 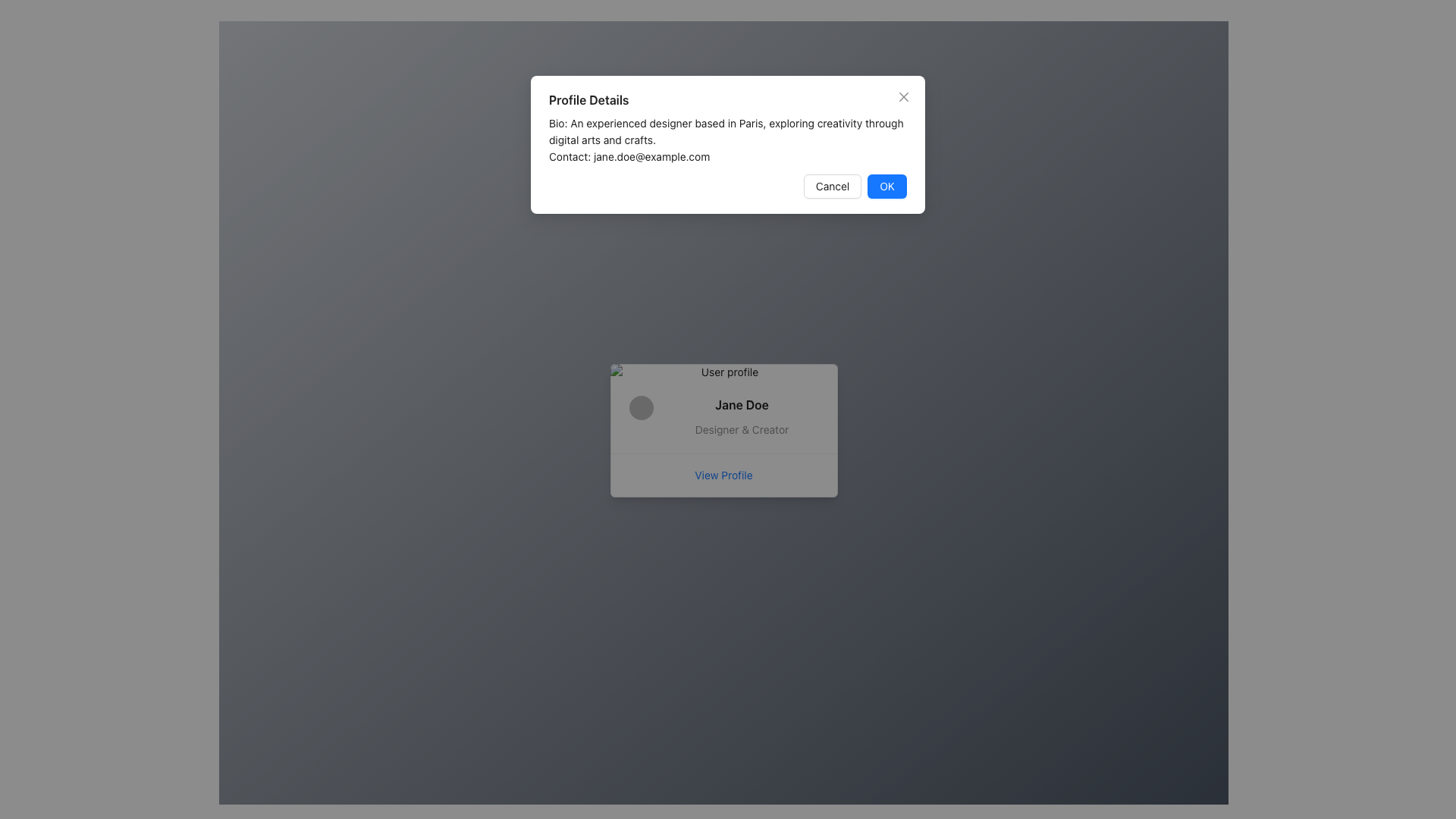 I want to click on text from the Profile Information Card Section located centrally within the 'User profile' modal dialog, beneath the title and aligned with the avatar image, so click(x=723, y=416).